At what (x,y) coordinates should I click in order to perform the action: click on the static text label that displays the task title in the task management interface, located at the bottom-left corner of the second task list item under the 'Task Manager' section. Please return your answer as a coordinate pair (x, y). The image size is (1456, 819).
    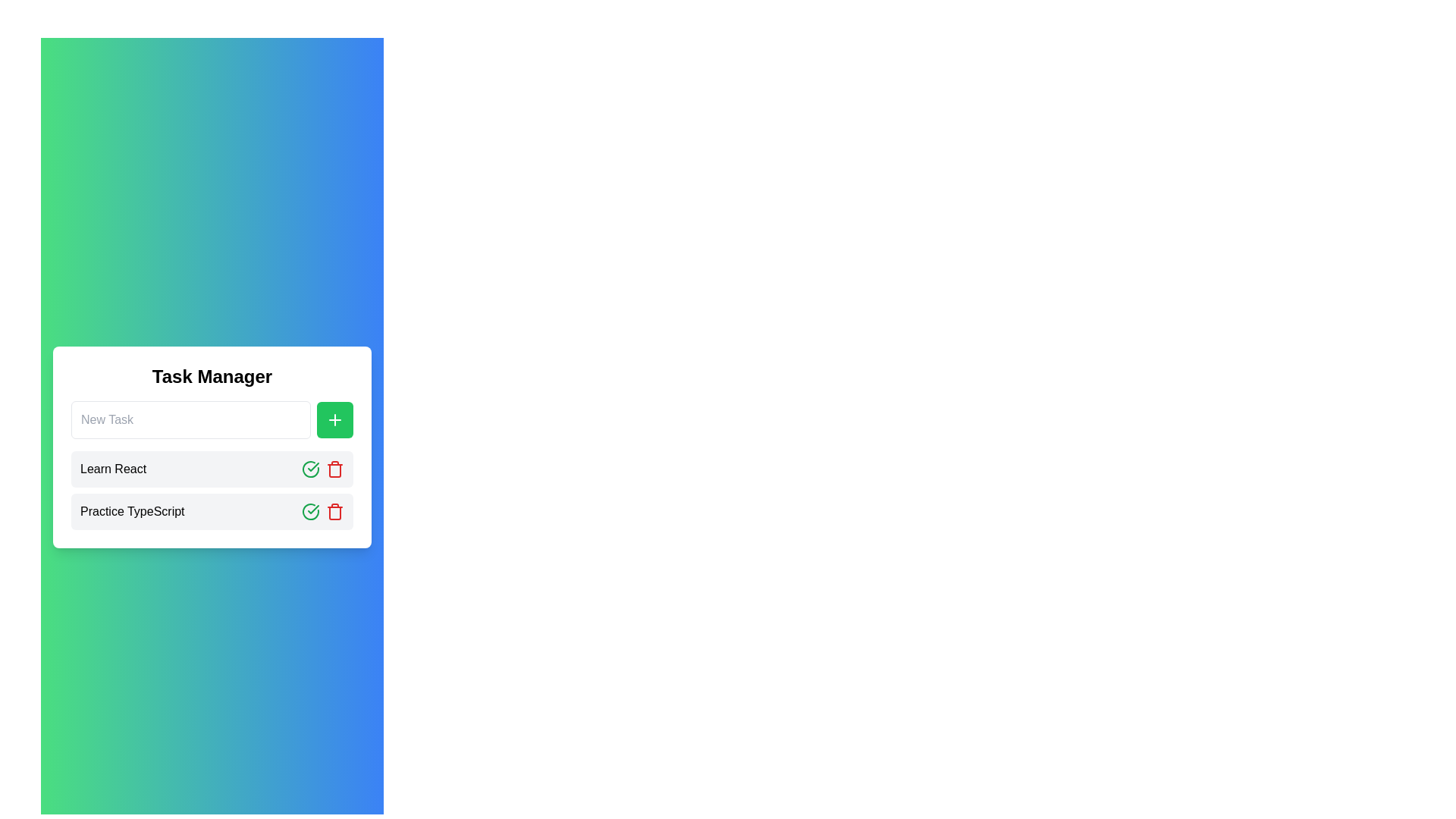
    Looking at the image, I should click on (132, 512).